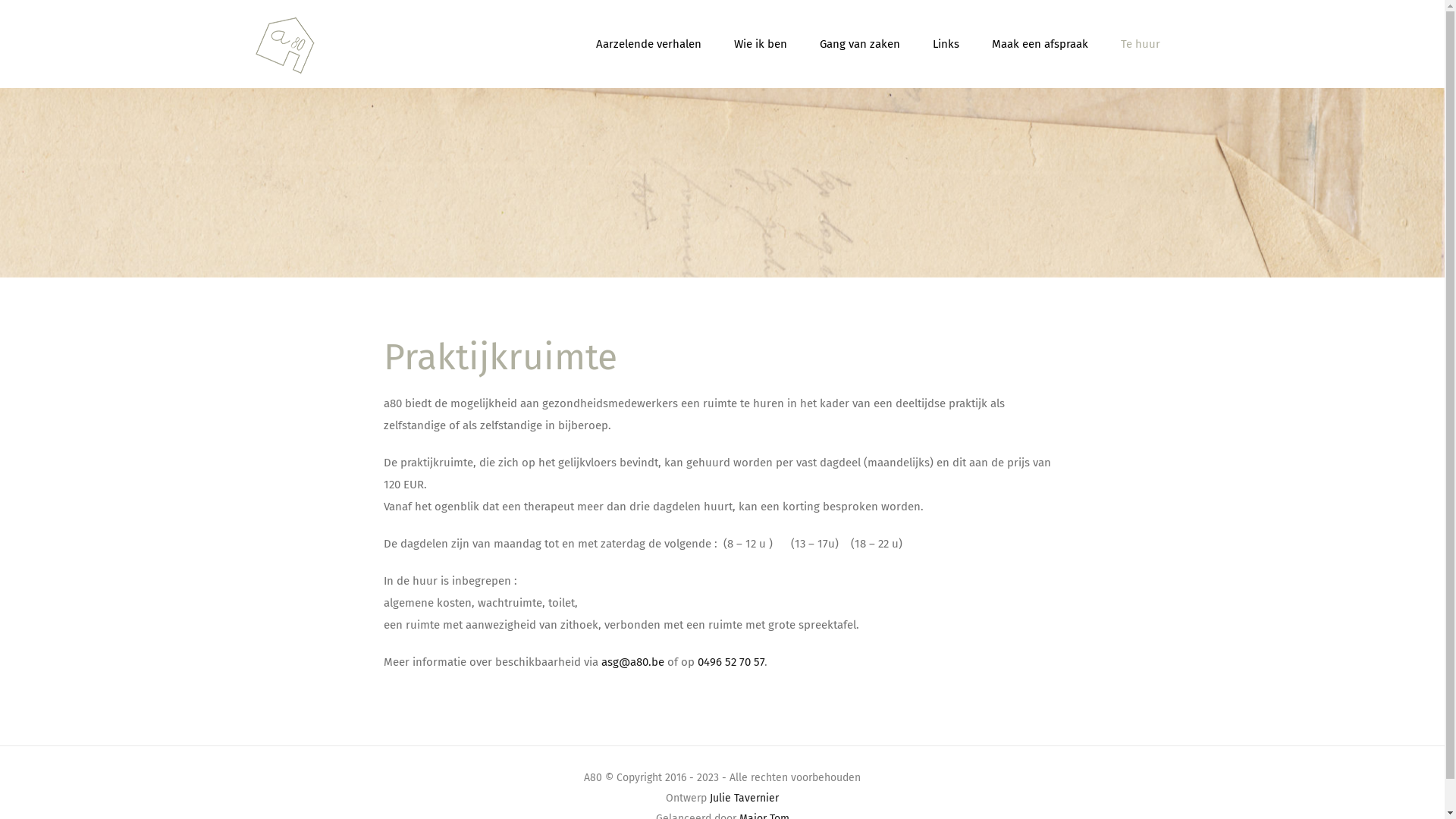 This screenshot has width=1456, height=819. Describe the element at coordinates (632, 661) in the screenshot. I see `'asg@a80.be'` at that location.